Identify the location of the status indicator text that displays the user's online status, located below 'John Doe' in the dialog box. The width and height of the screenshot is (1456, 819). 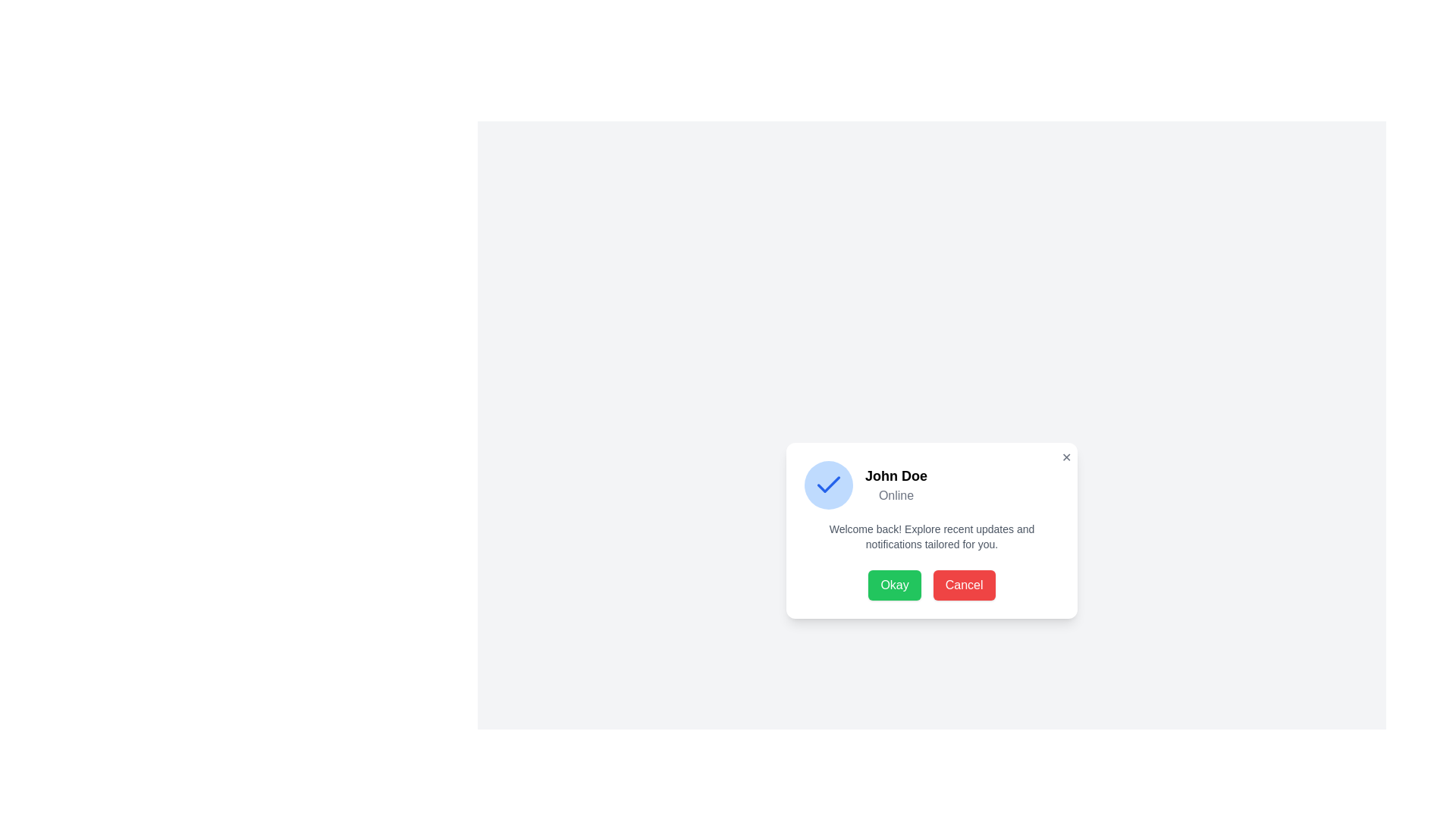
(896, 496).